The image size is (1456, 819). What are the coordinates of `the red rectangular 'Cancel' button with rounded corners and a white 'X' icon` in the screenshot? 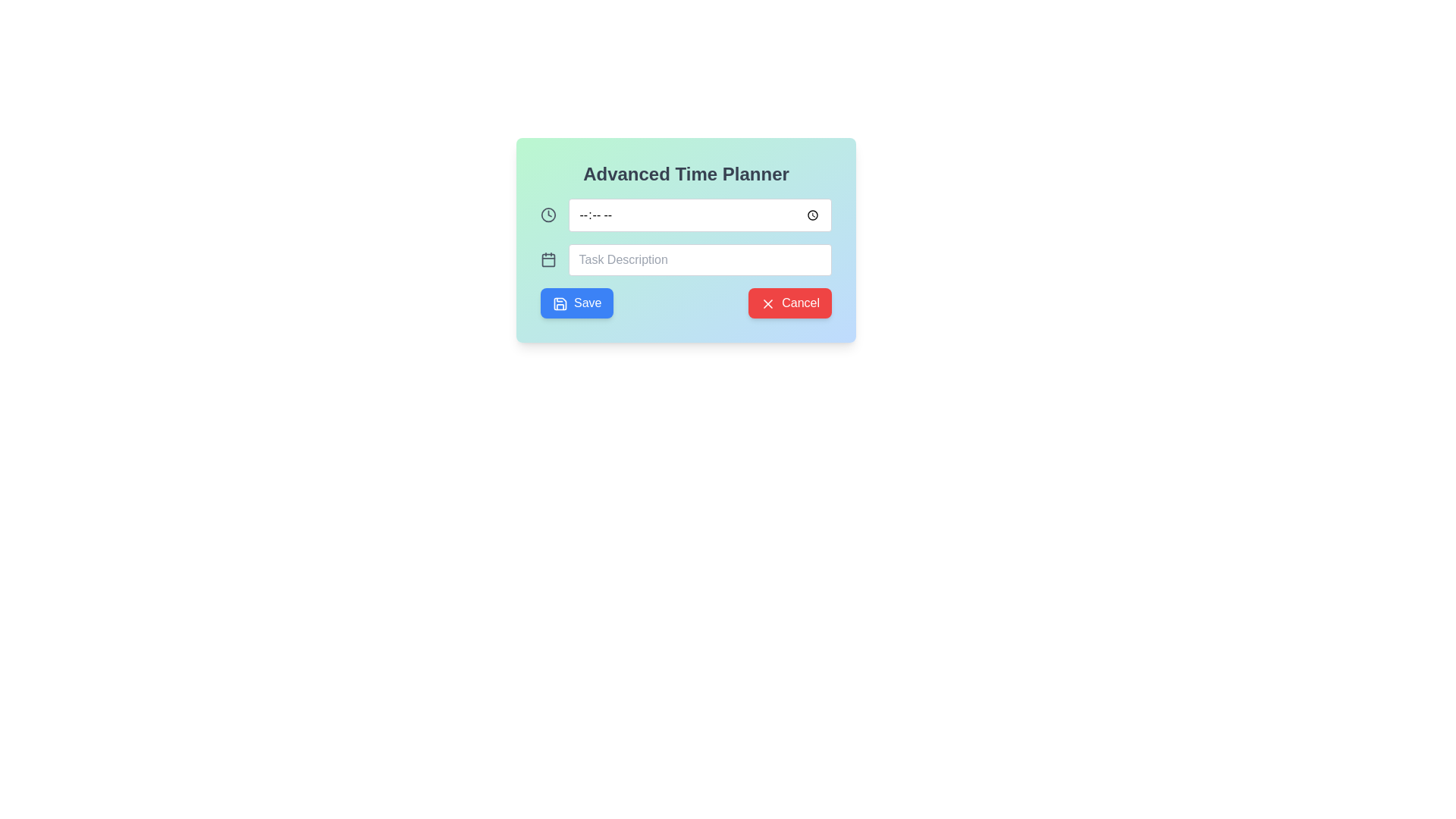 It's located at (789, 303).